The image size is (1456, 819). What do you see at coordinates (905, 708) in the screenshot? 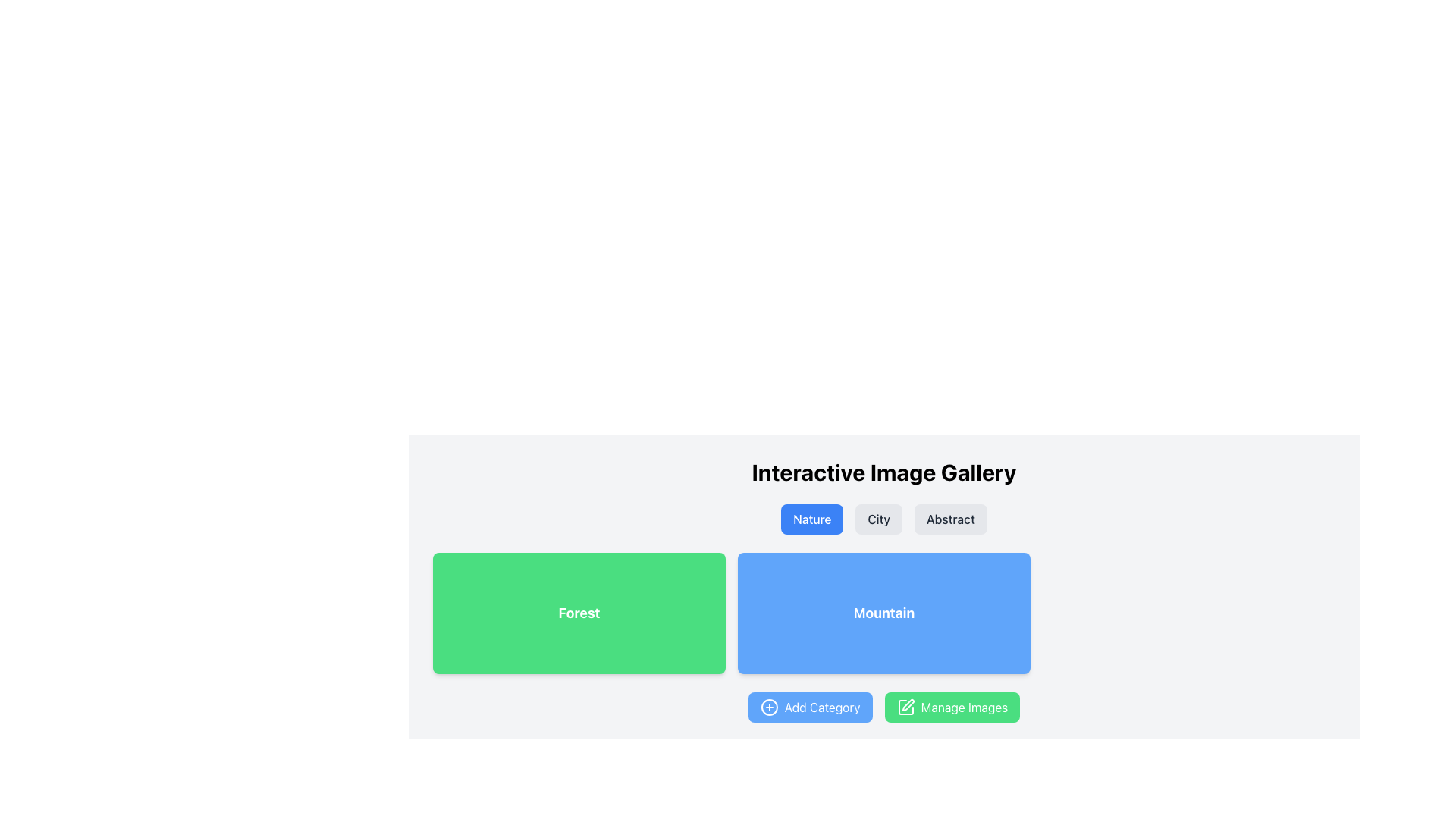
I see `the edit/manage images icon located inside the green 'Manage Images' button to initiate its action` at bounding box center [905, 708].